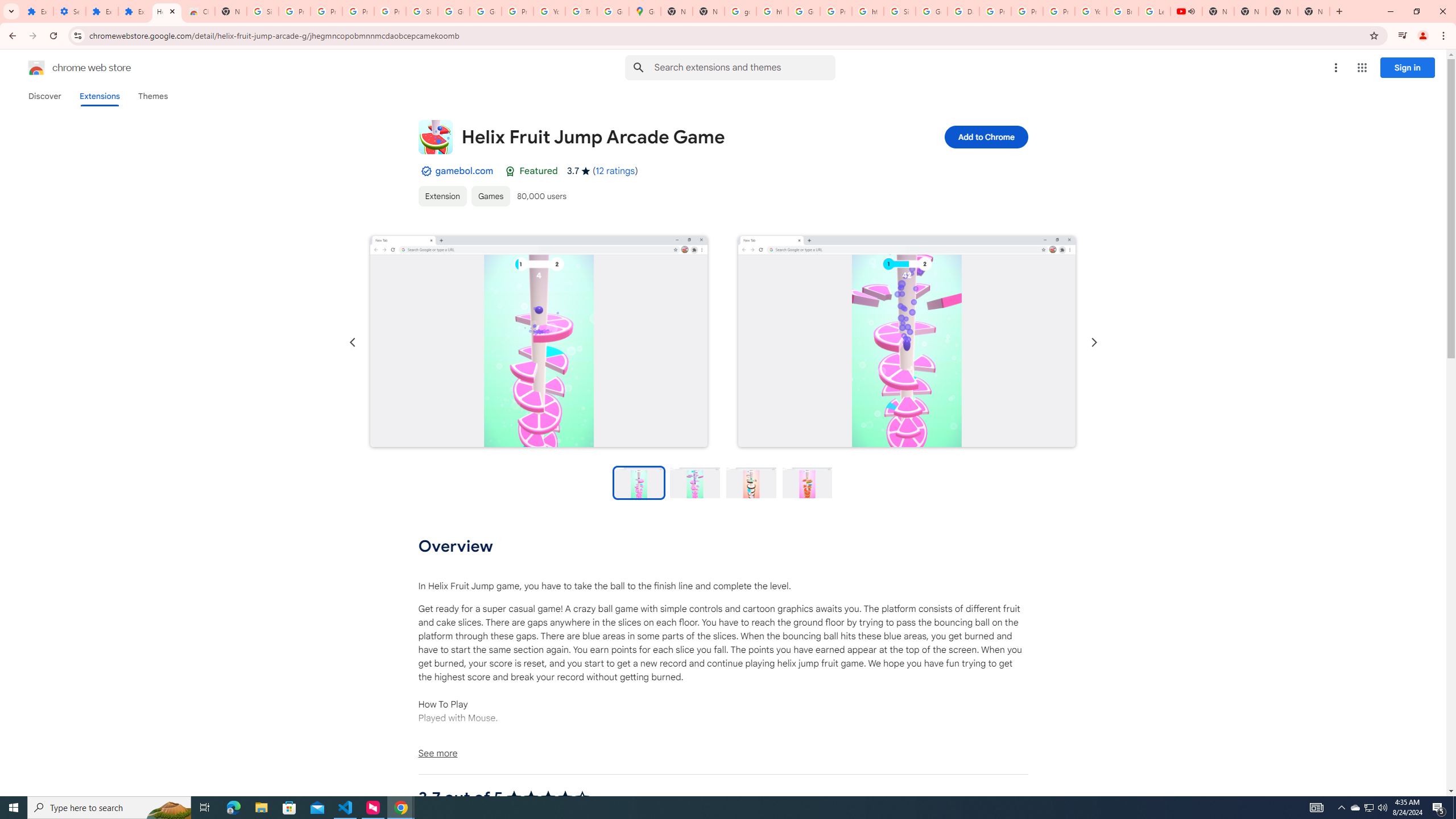  What do you see at coordinates (614, 170) in the screenshot?
I see `'12 ratings'` at bounding box center [614, 170].